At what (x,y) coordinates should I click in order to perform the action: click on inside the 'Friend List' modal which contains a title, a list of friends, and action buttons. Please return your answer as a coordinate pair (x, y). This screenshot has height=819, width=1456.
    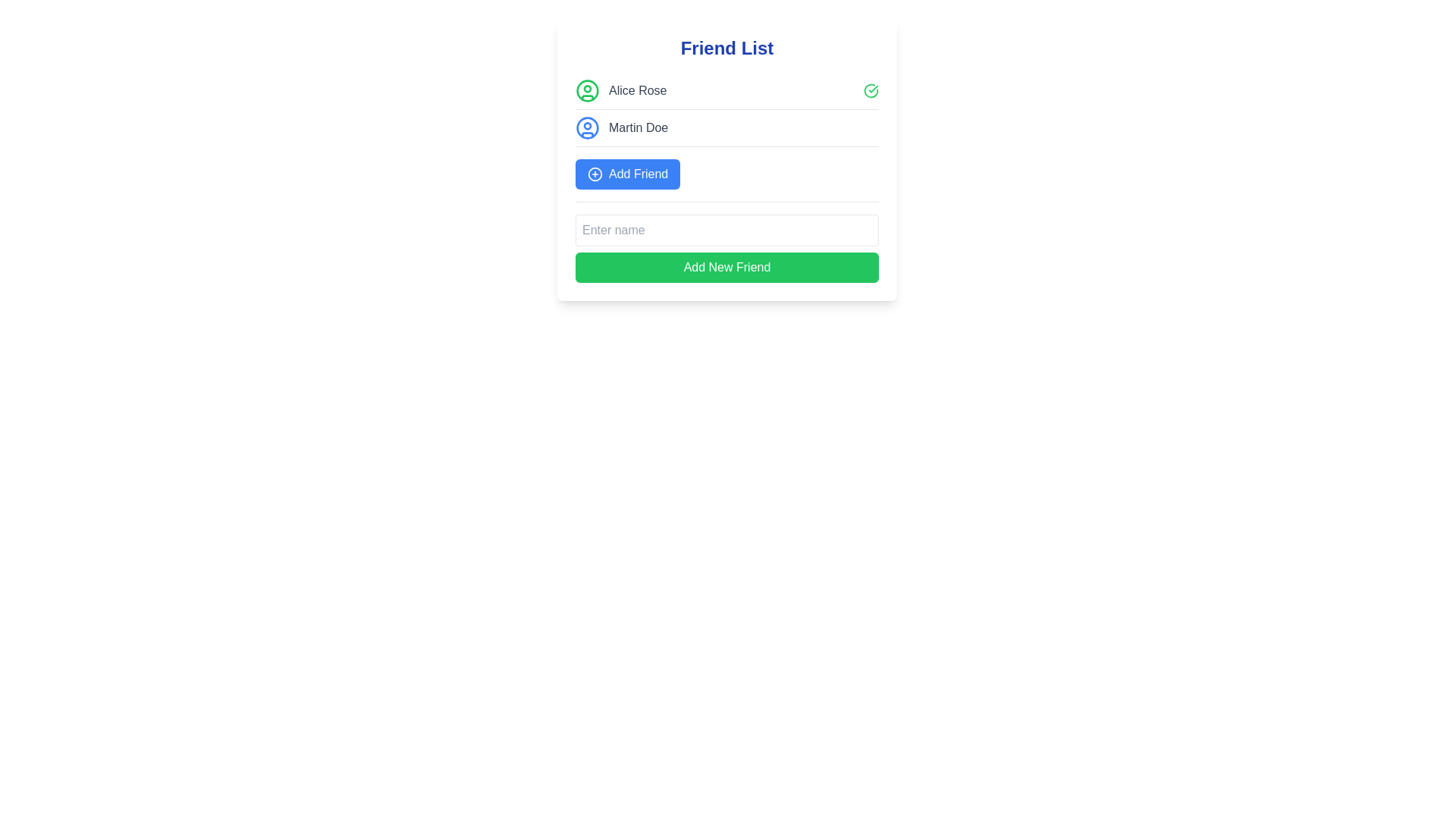
    Looking at the image, I should click on (726, 158).